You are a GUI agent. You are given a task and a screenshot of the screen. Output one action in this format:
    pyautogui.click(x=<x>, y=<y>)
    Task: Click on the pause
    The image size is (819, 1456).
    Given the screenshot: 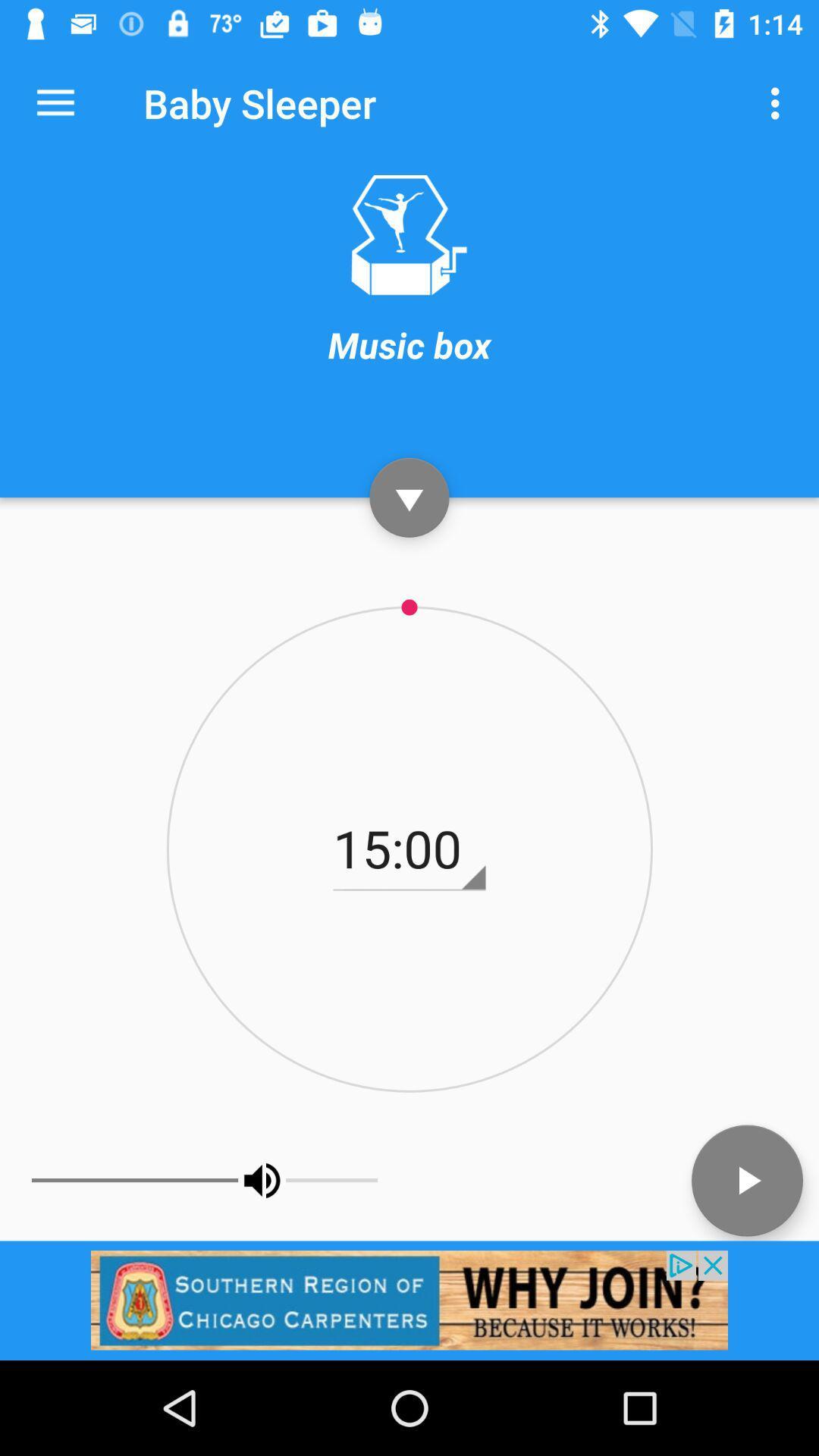 What is the action you would take?
    pyautogui.click(x=409, y=497)
    